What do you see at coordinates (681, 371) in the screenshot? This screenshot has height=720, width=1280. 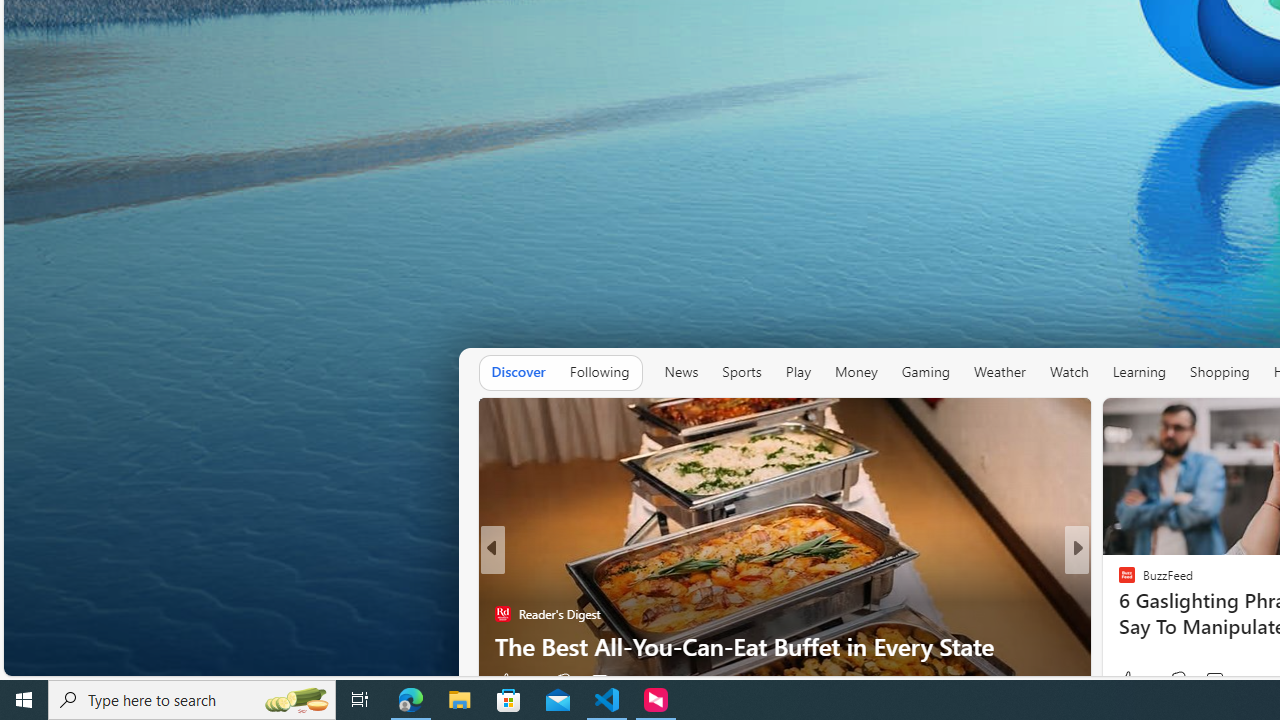 I see `'News'` at bounding box center [681, 371].